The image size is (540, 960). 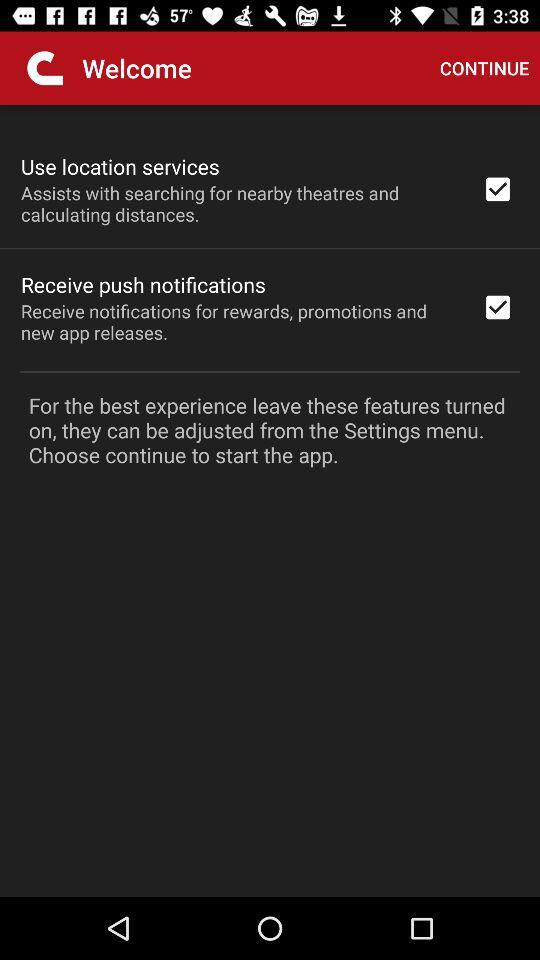 I want to click on use location services, so click(x=120, y=165).